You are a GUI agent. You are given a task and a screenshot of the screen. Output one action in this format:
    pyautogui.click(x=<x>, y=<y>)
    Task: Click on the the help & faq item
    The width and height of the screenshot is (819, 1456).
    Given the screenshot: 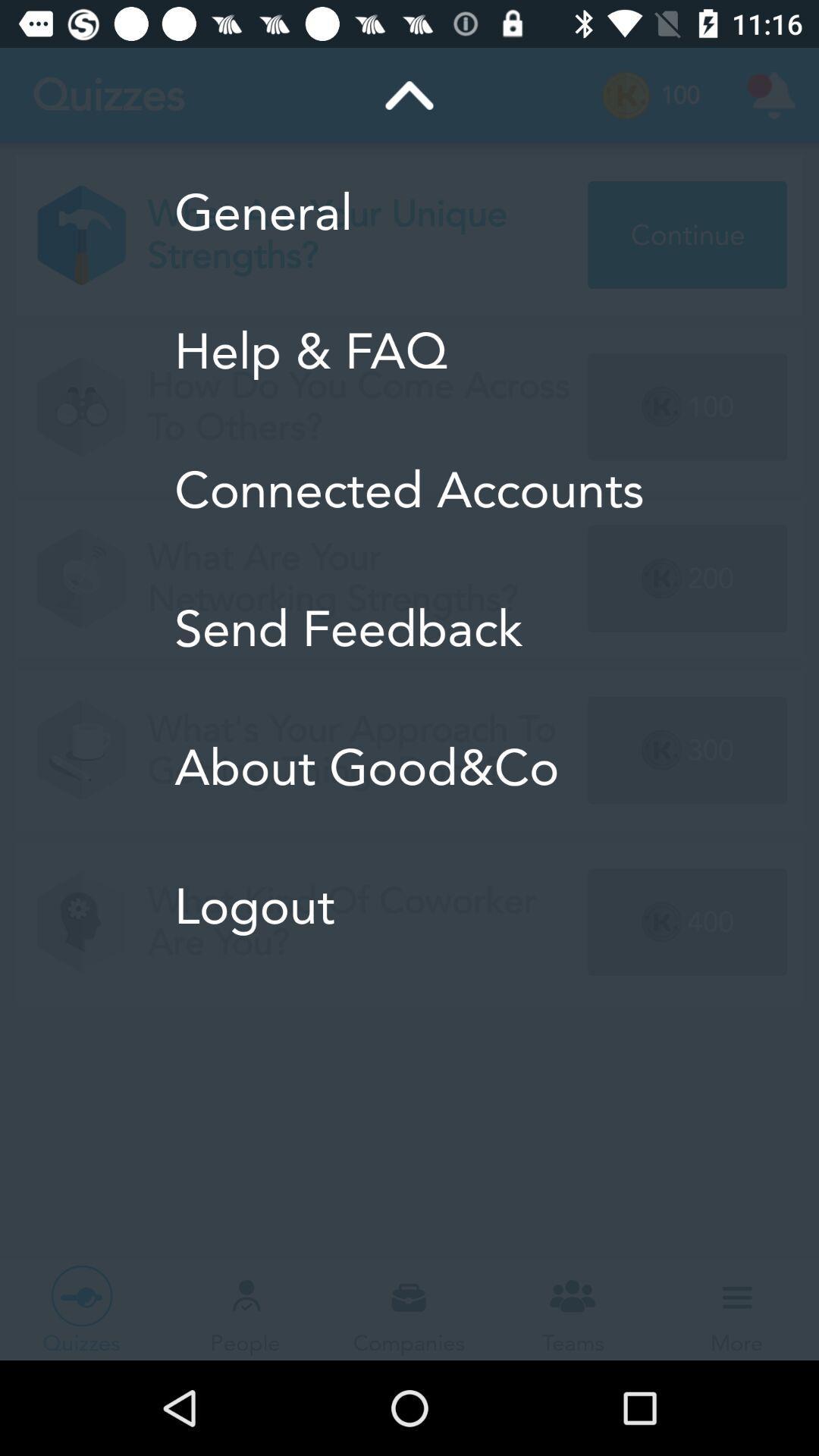 What is the action you would take?
    pyautogui.click(x=408, y=350)
    